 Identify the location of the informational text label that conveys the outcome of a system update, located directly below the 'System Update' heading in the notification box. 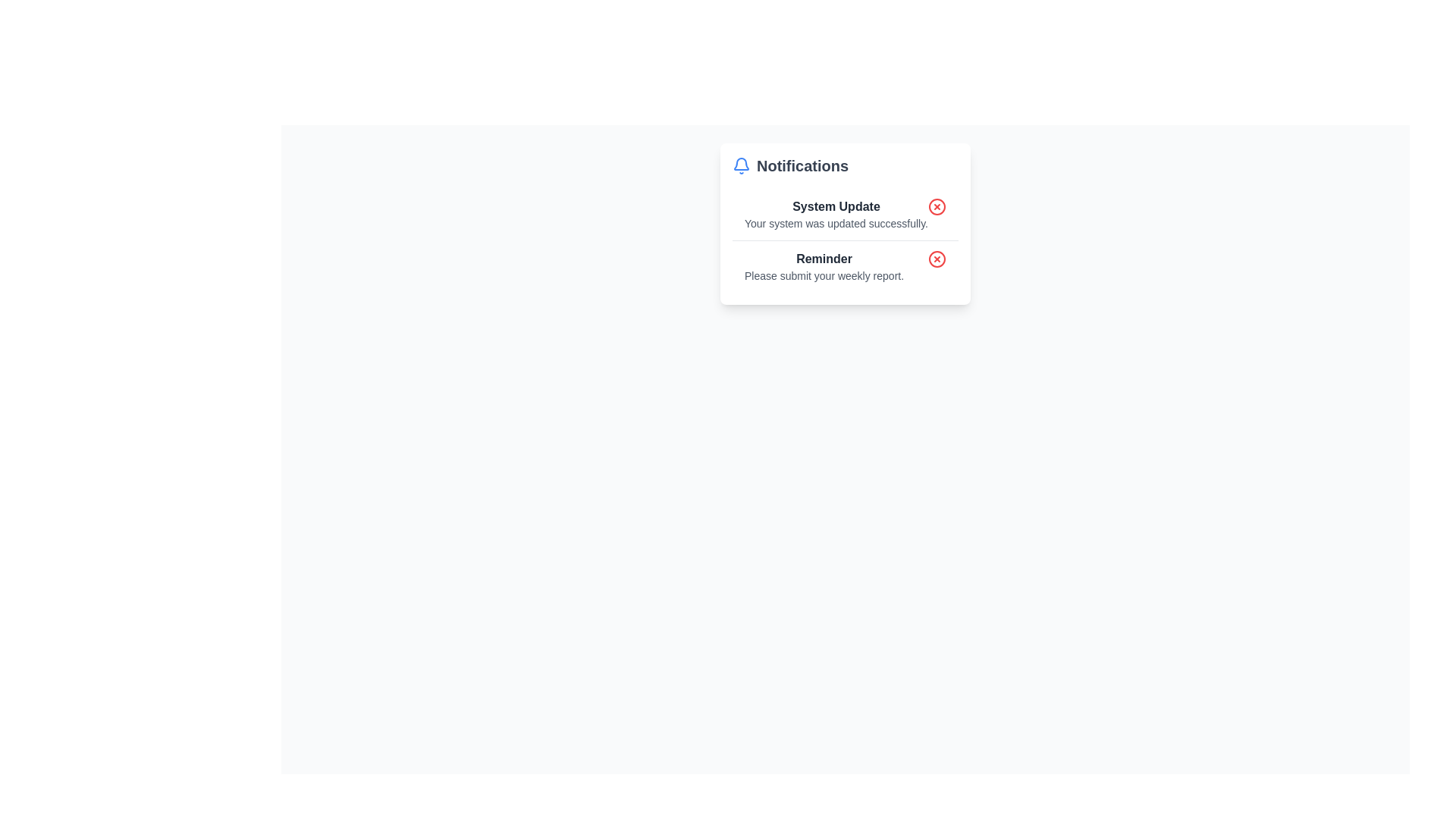
(836, 223).